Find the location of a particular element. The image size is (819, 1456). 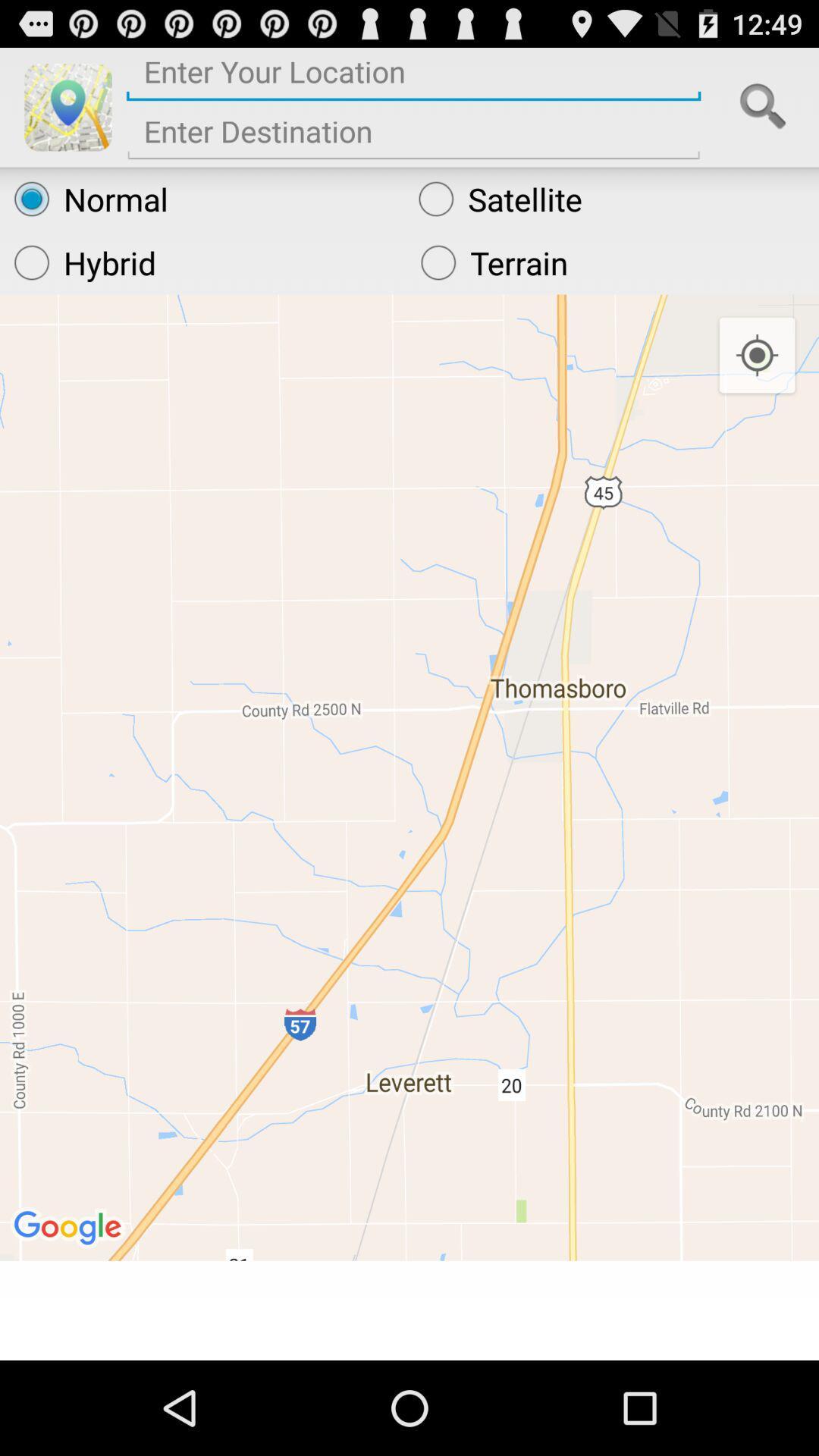

the location_crosshair icon is located at coordinates (757, 381).